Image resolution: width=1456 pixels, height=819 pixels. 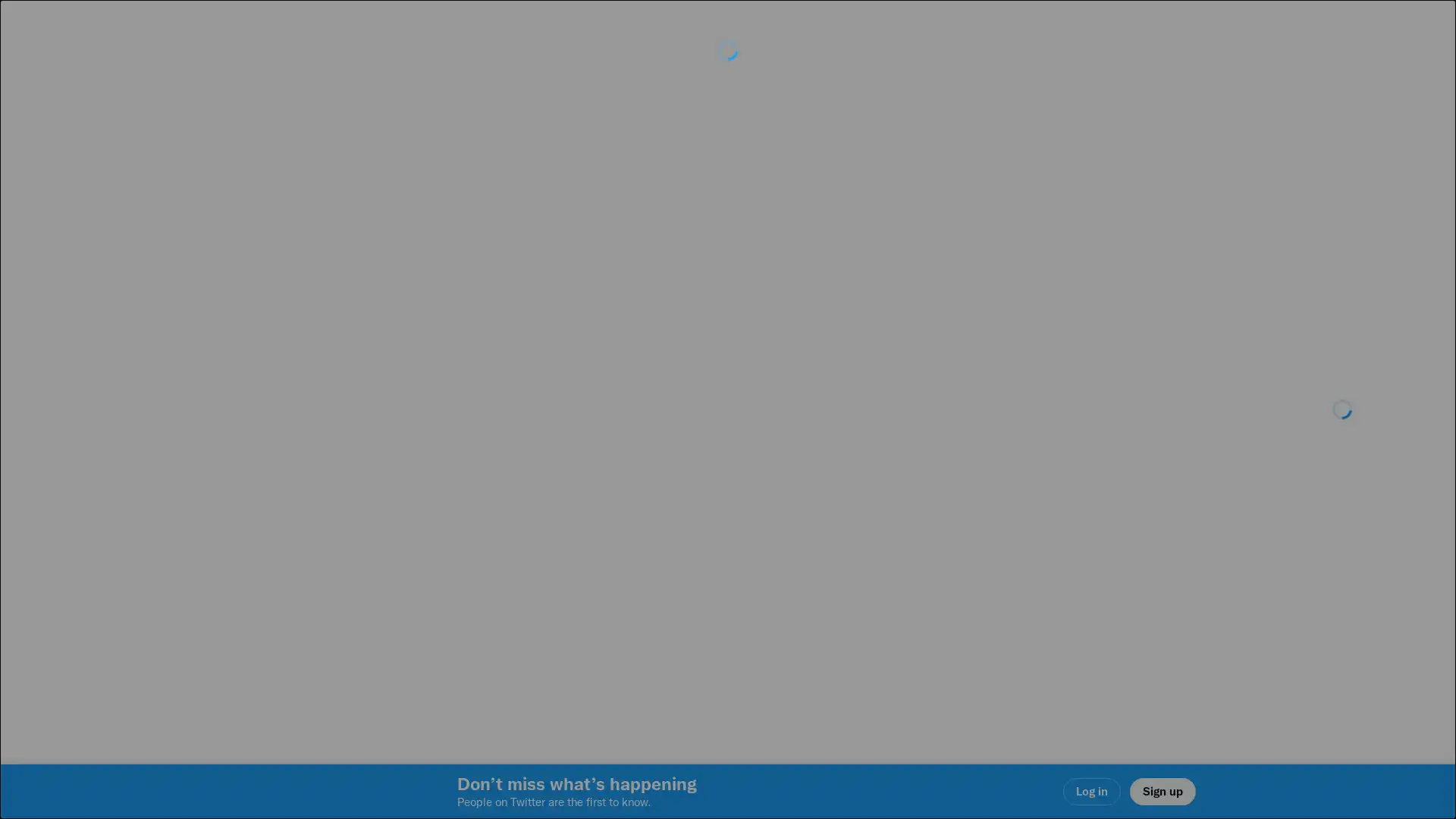 I want to click on Sign up, so click(x=548, y=516).